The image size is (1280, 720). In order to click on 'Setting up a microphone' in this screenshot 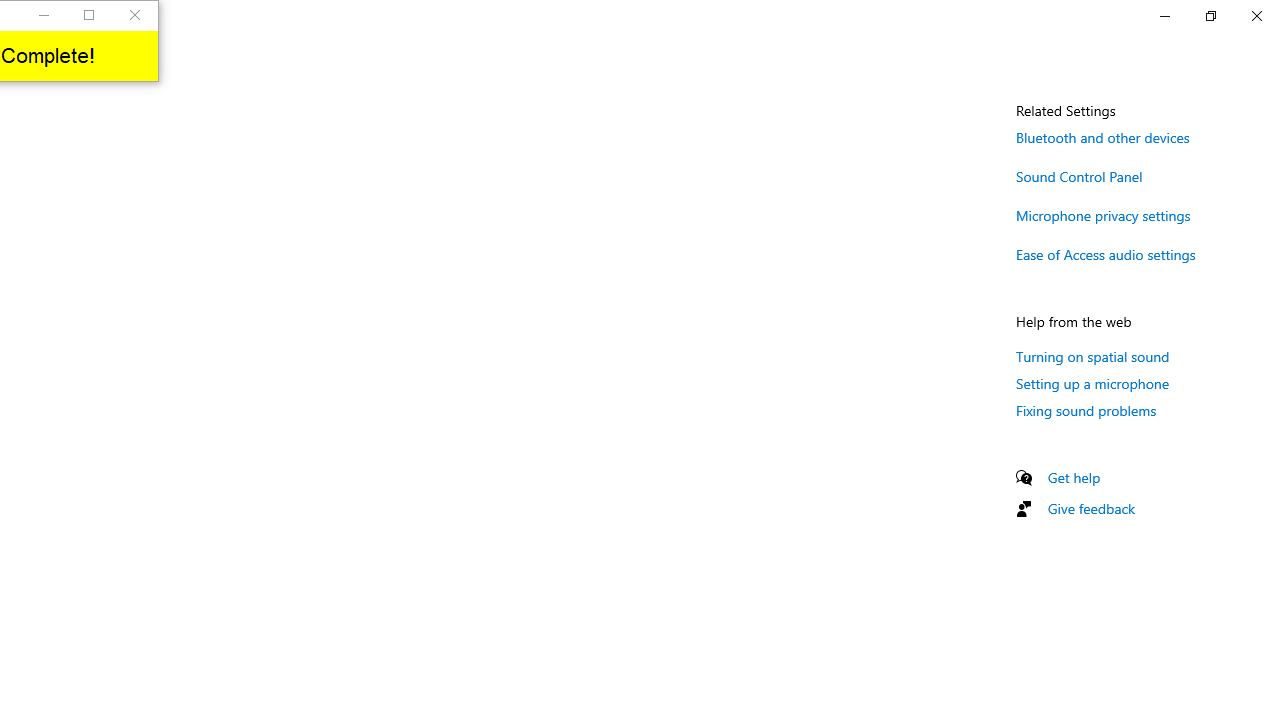, I will do `click(1092, 383)`.